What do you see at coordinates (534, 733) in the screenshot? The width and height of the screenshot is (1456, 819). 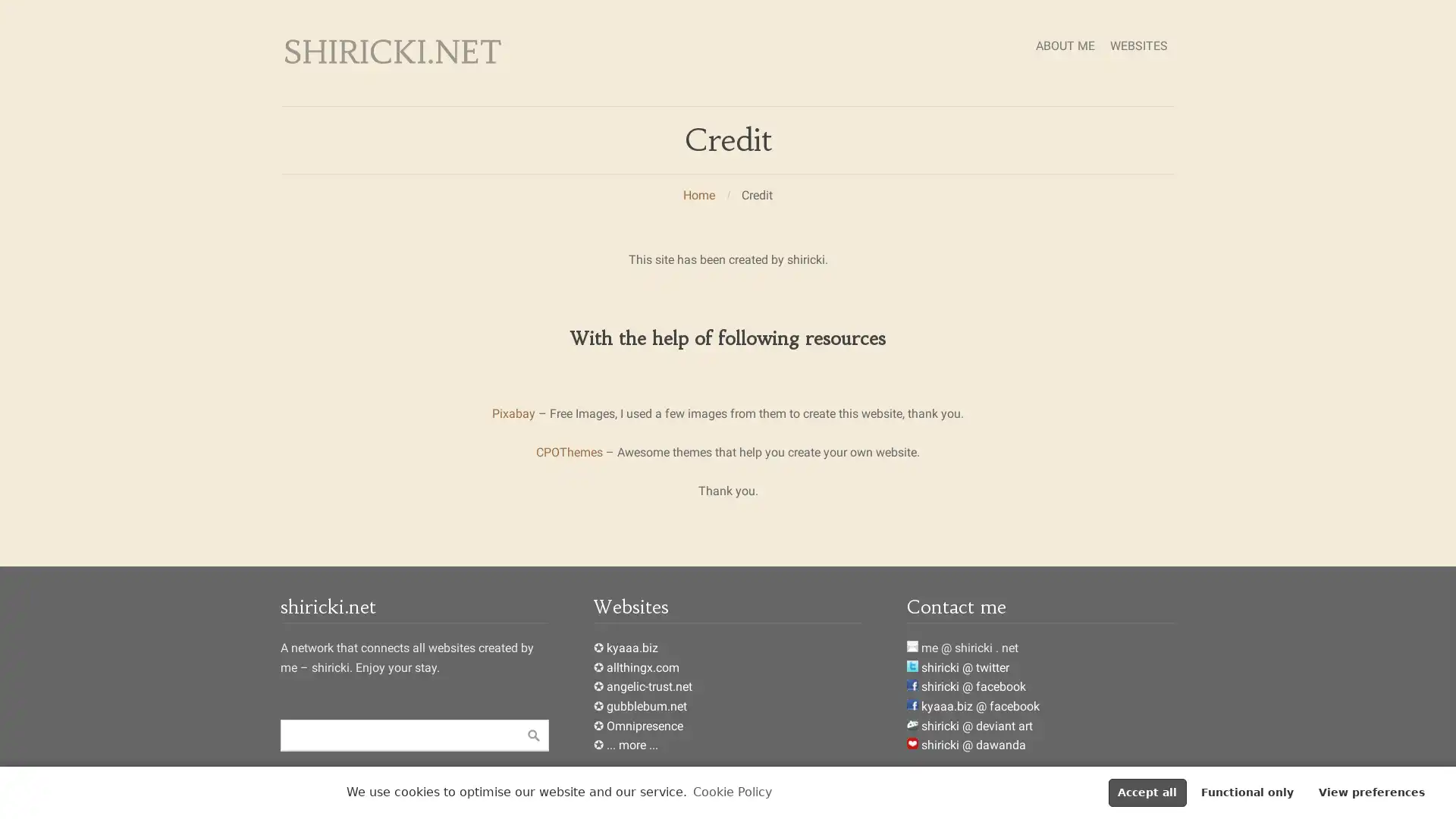 I see `Suche` at bounding box center [534, 733].